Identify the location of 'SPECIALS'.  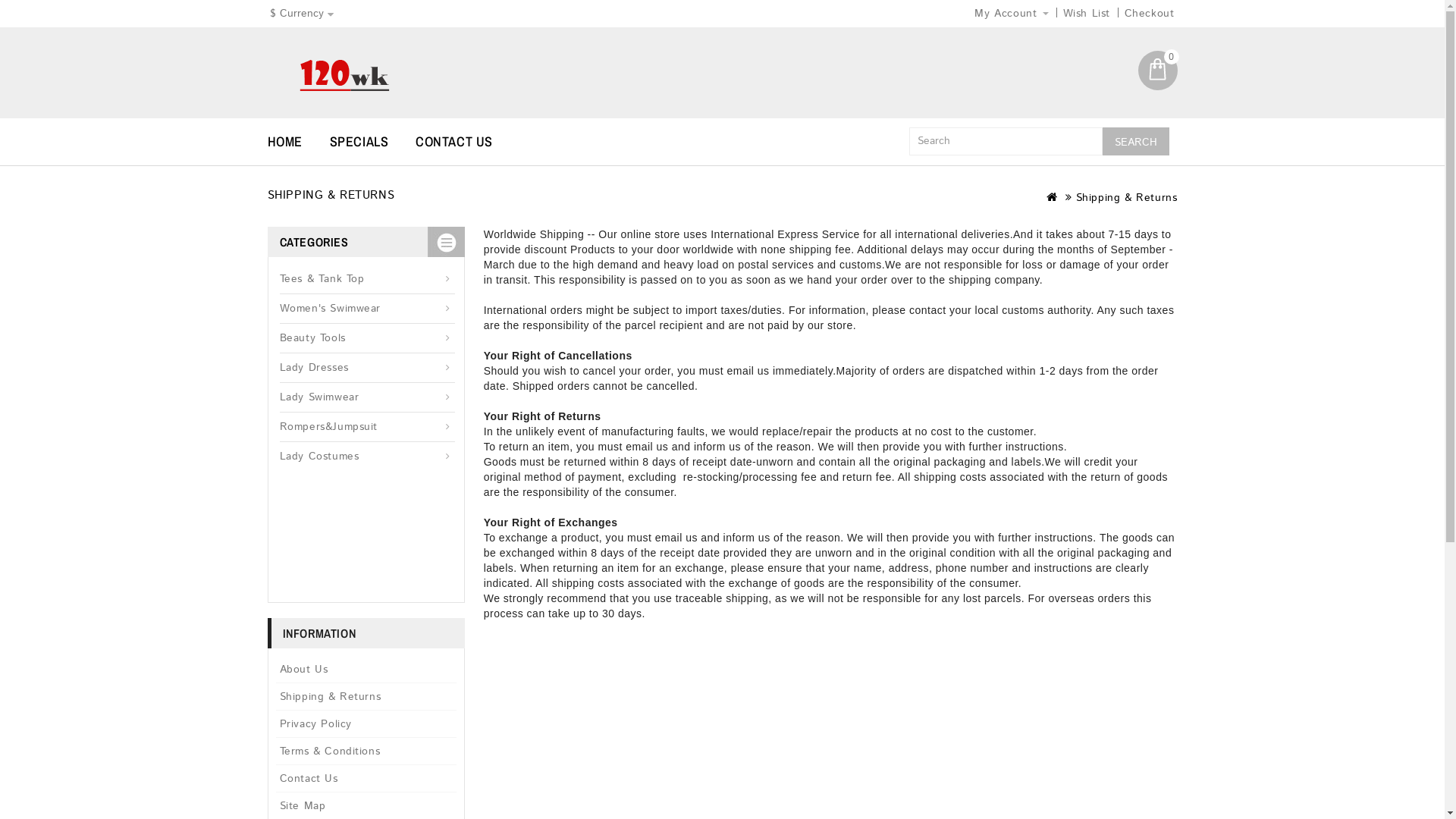
(371, 141).